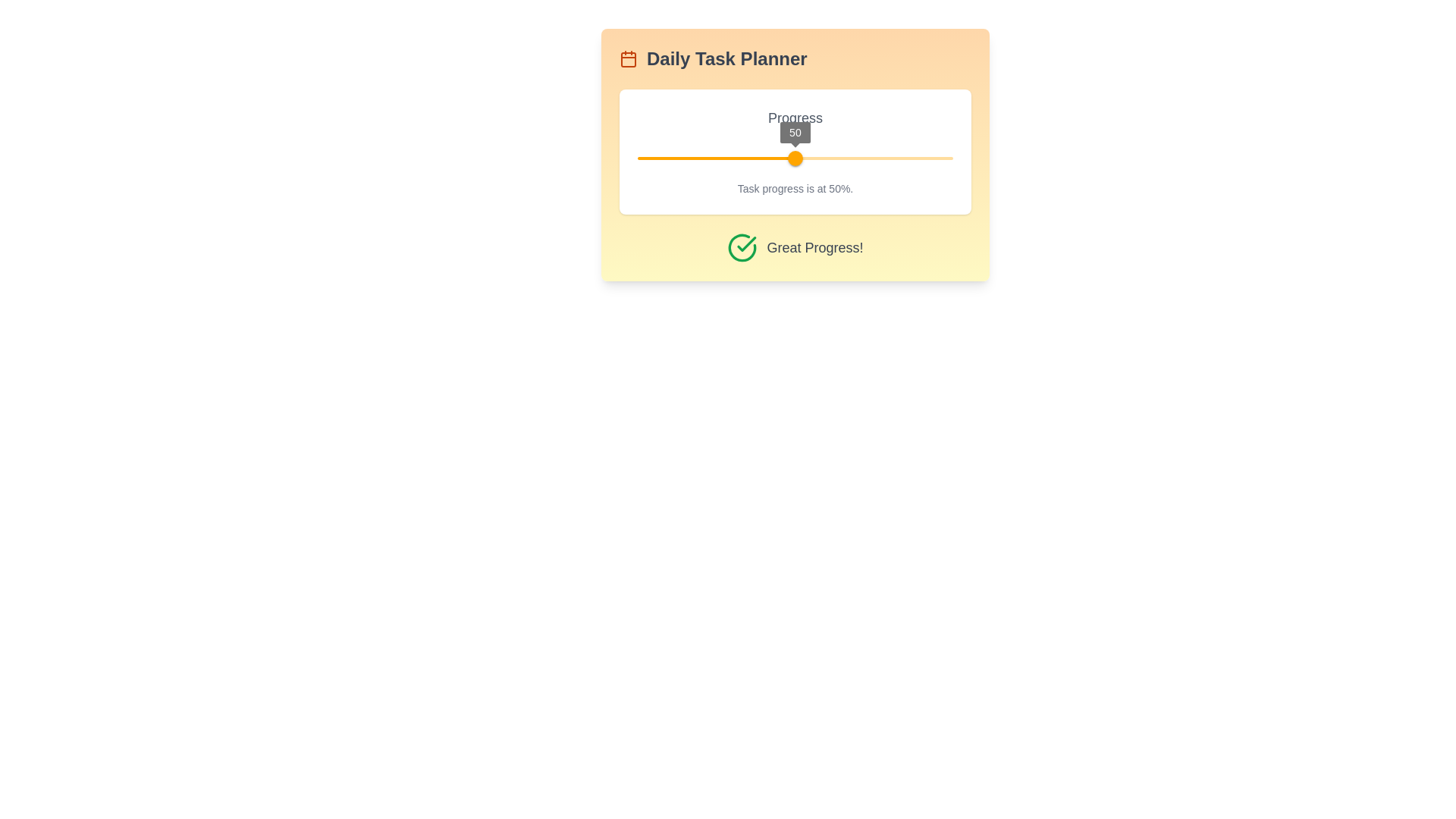 This screenshot has width=1456, height=819. What do you see at coordinates (845, 158) in the screenshot?
I see `the progress value` at bounding box center [845, 158].